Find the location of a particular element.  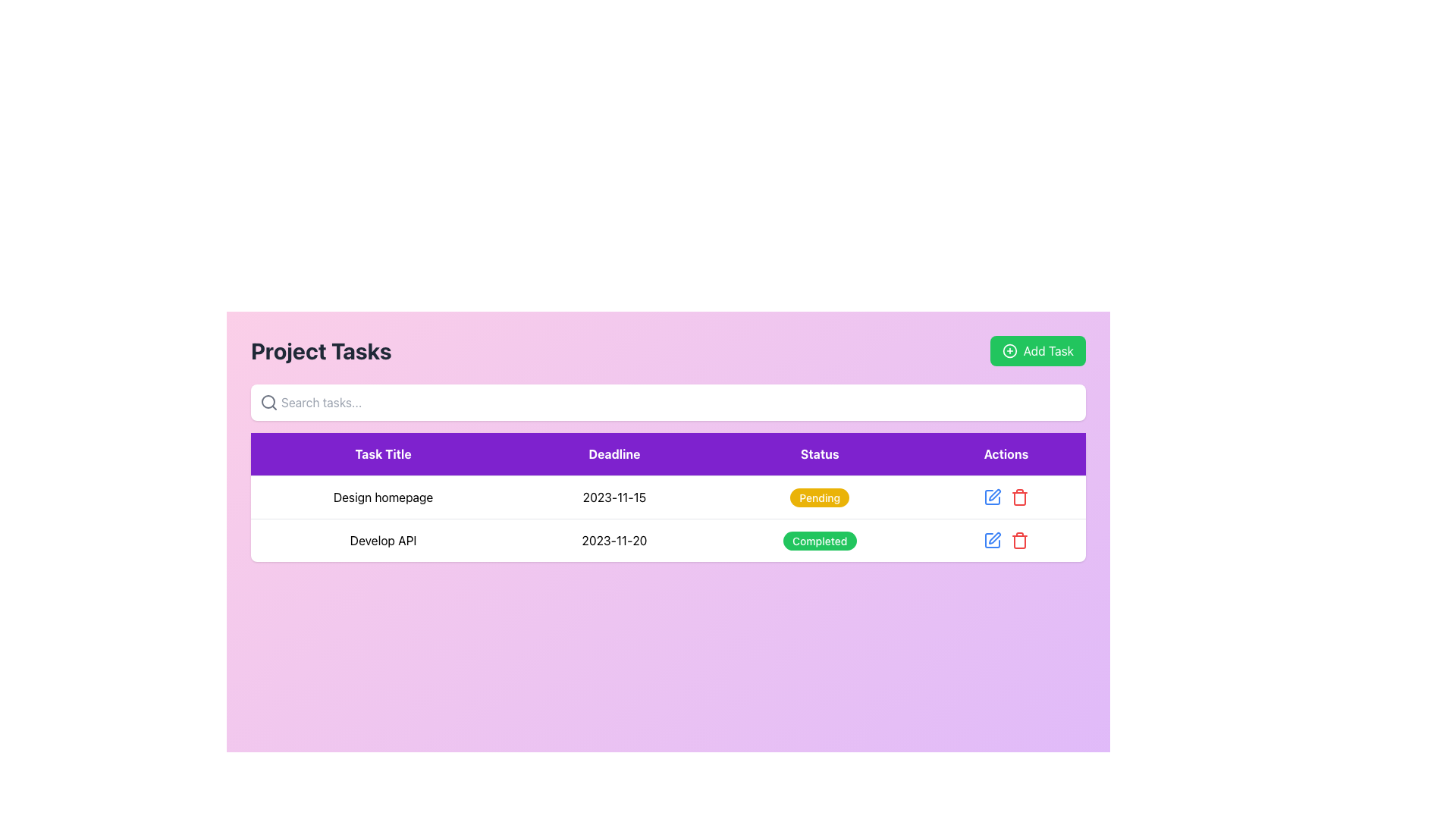

the pen icon in the 'Actions' column of the second row of the task table is located at coordinates (994, 494).